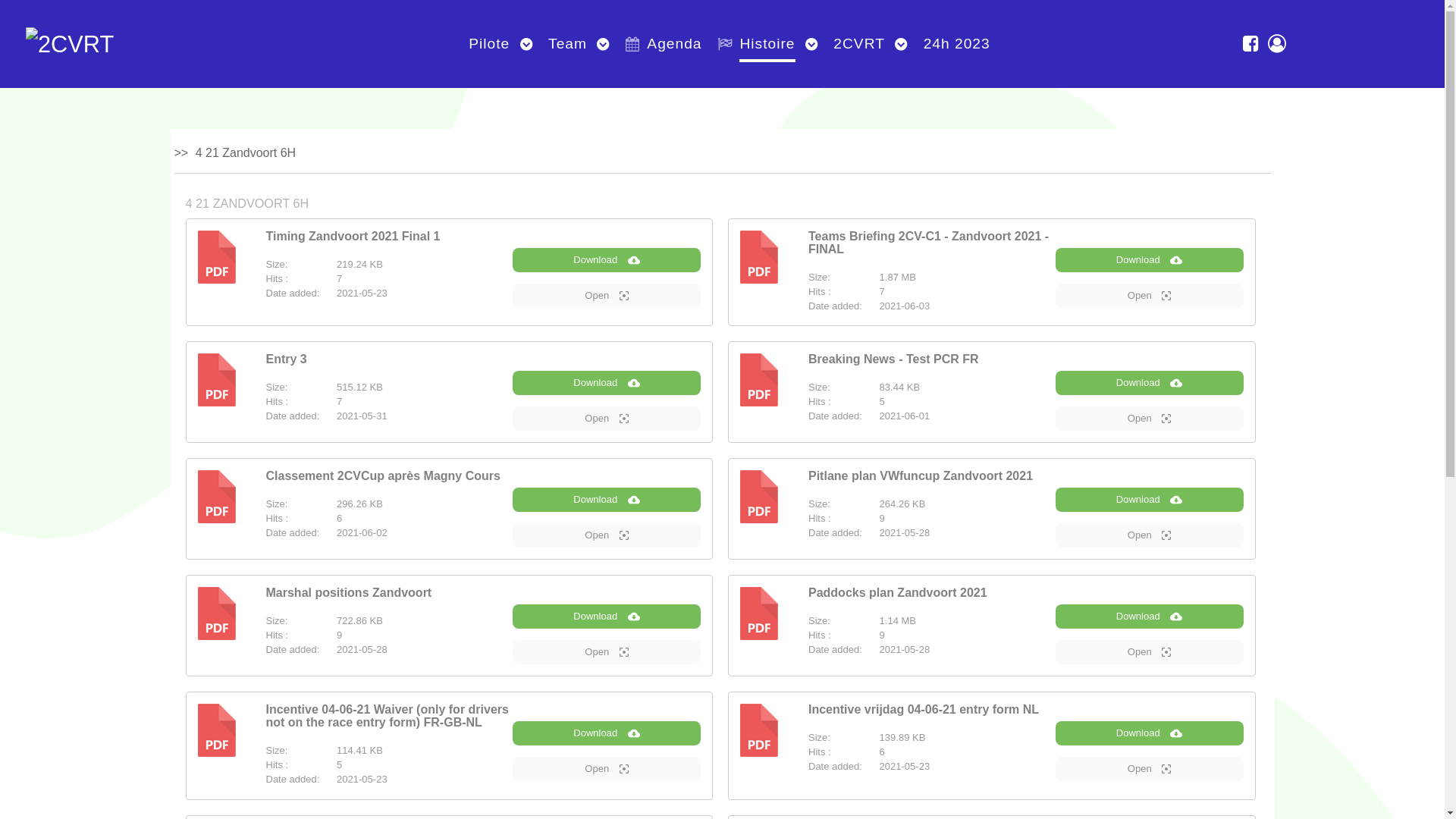 The width and height of the screenshot is (1456, 819). I want to click on 'Teams Briefing 2CV-C1 - Zandvoort 2021 - FINAL', so click(927, 242).